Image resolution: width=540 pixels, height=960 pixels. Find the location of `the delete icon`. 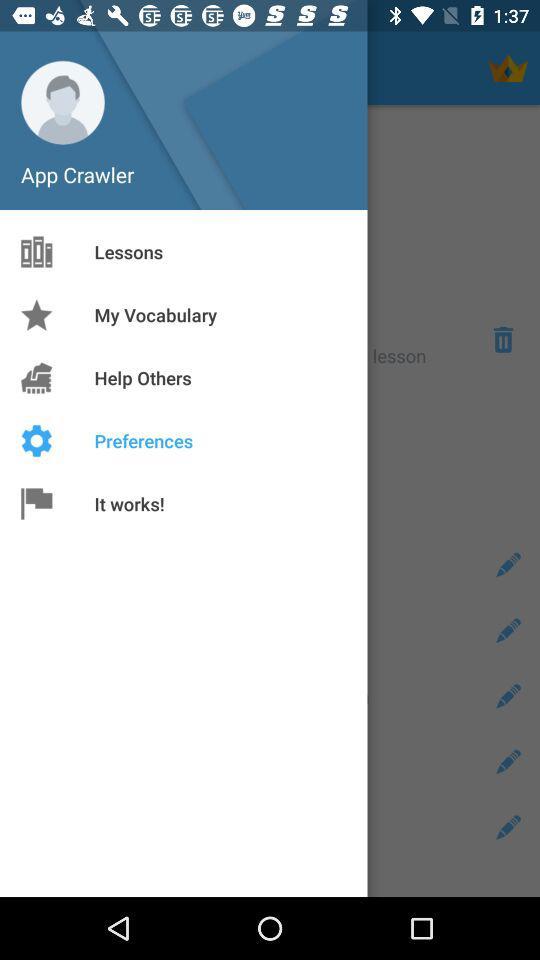

the delete icon is located at coordinates (502, 339).